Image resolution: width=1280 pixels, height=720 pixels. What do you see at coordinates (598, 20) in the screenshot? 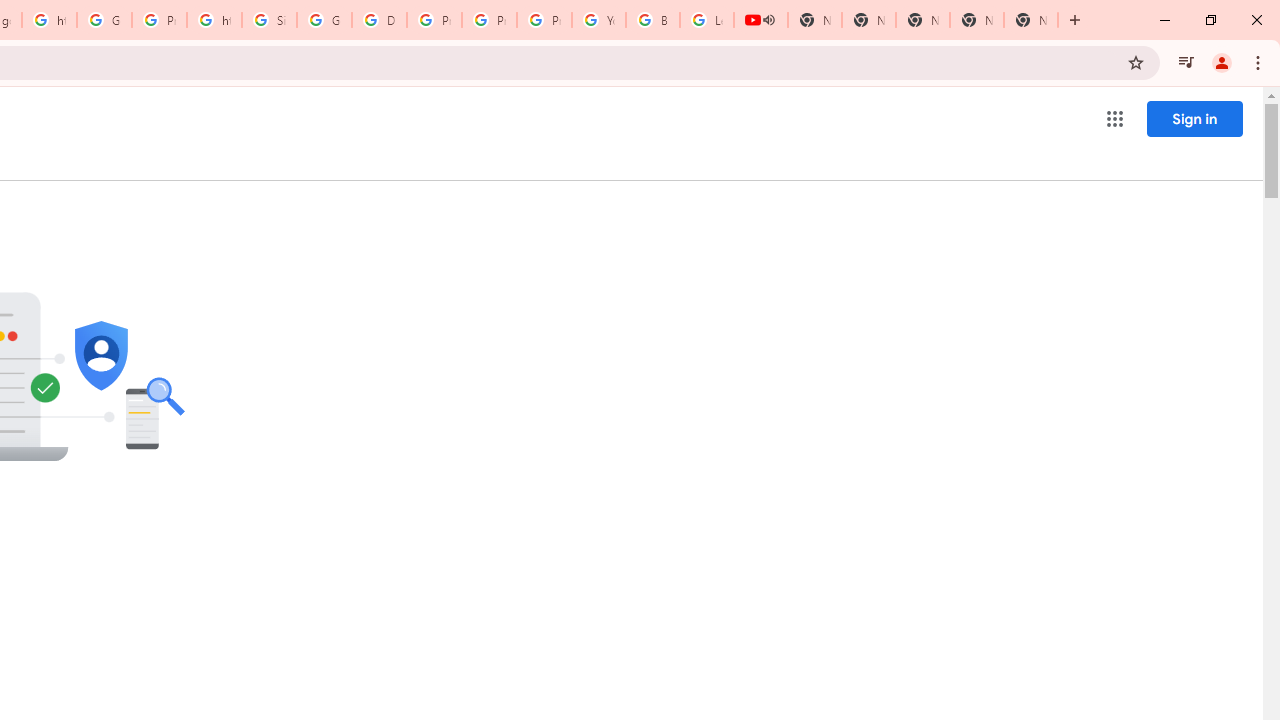
I see `'YouTube'` at bounding box center [598, 20].